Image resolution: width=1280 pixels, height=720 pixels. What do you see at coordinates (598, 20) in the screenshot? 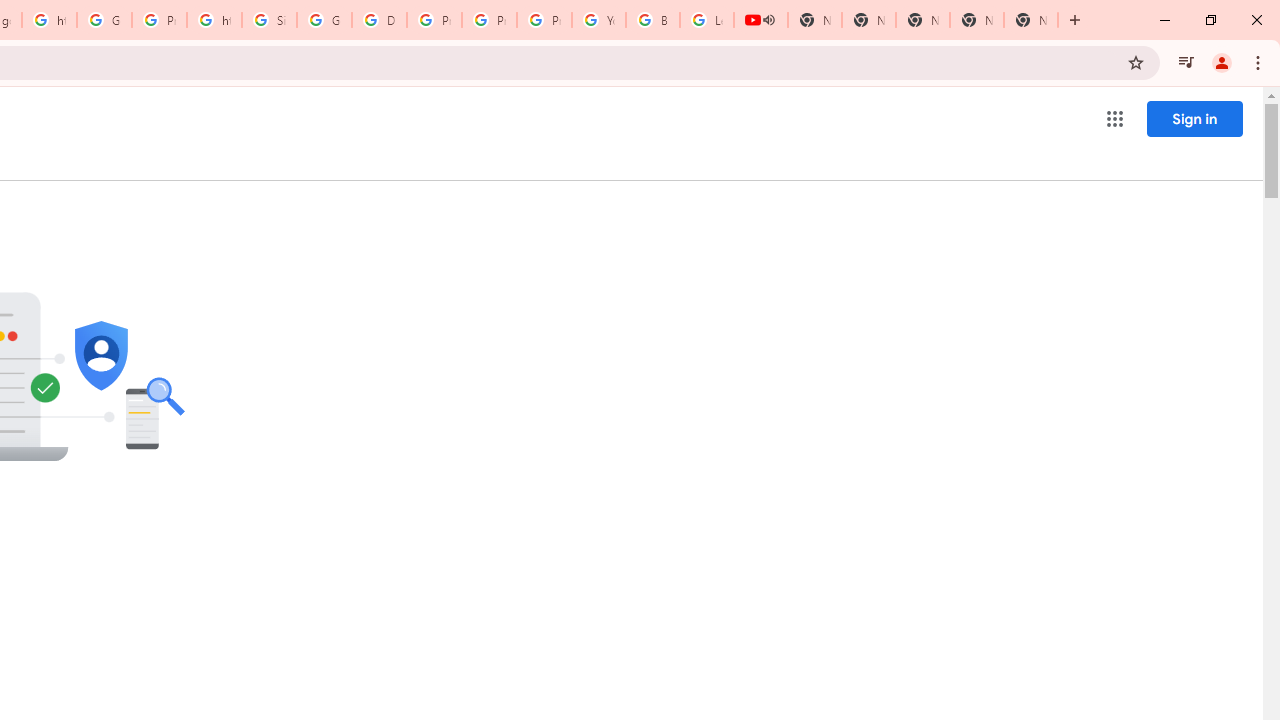
I see `'YouTube'` at bounding box center [598, 20].